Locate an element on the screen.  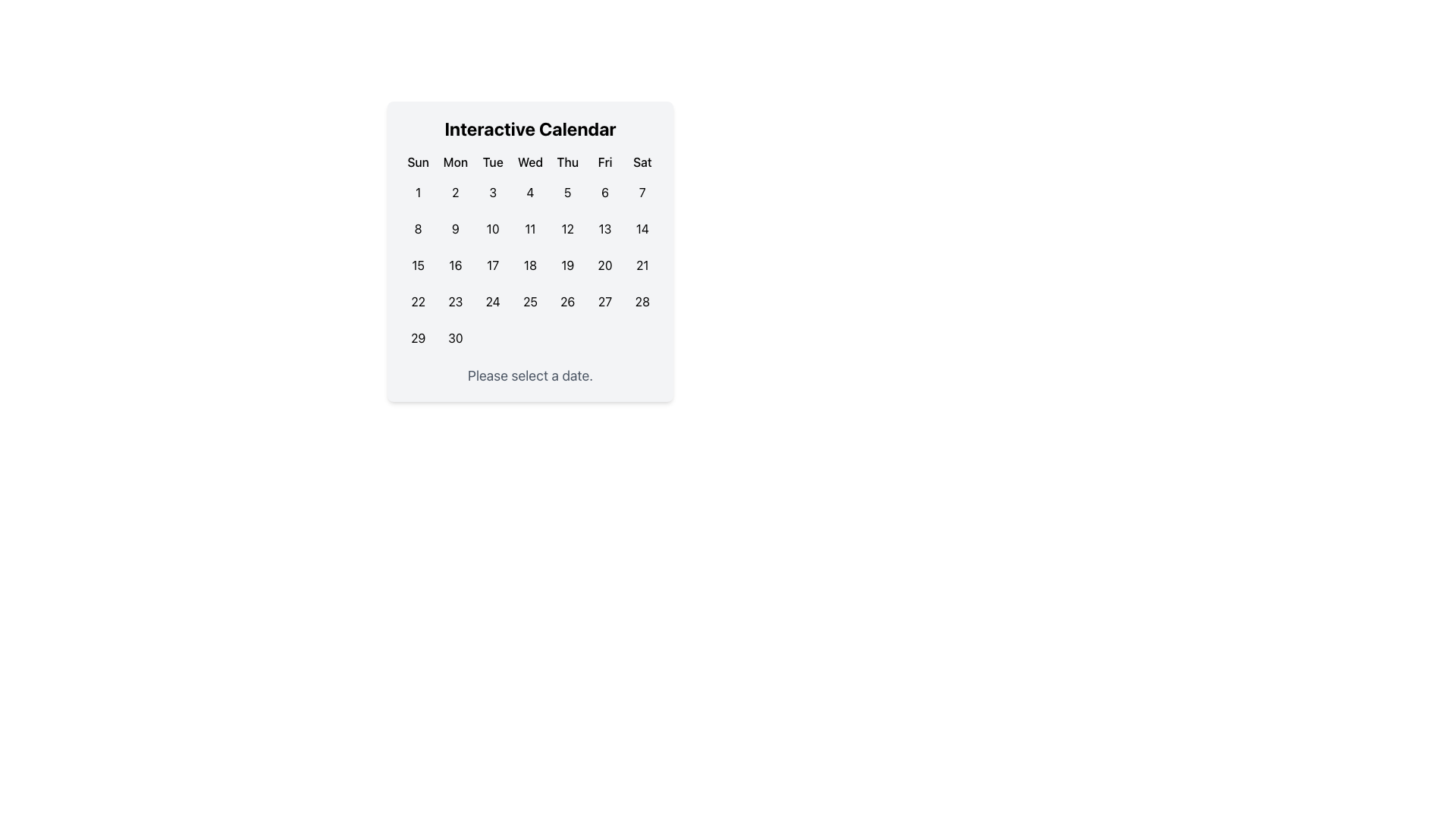
the selectable calendar date cell displaying the number '5' under the column labeled 'Thu' is located at coordinates (566, 192).